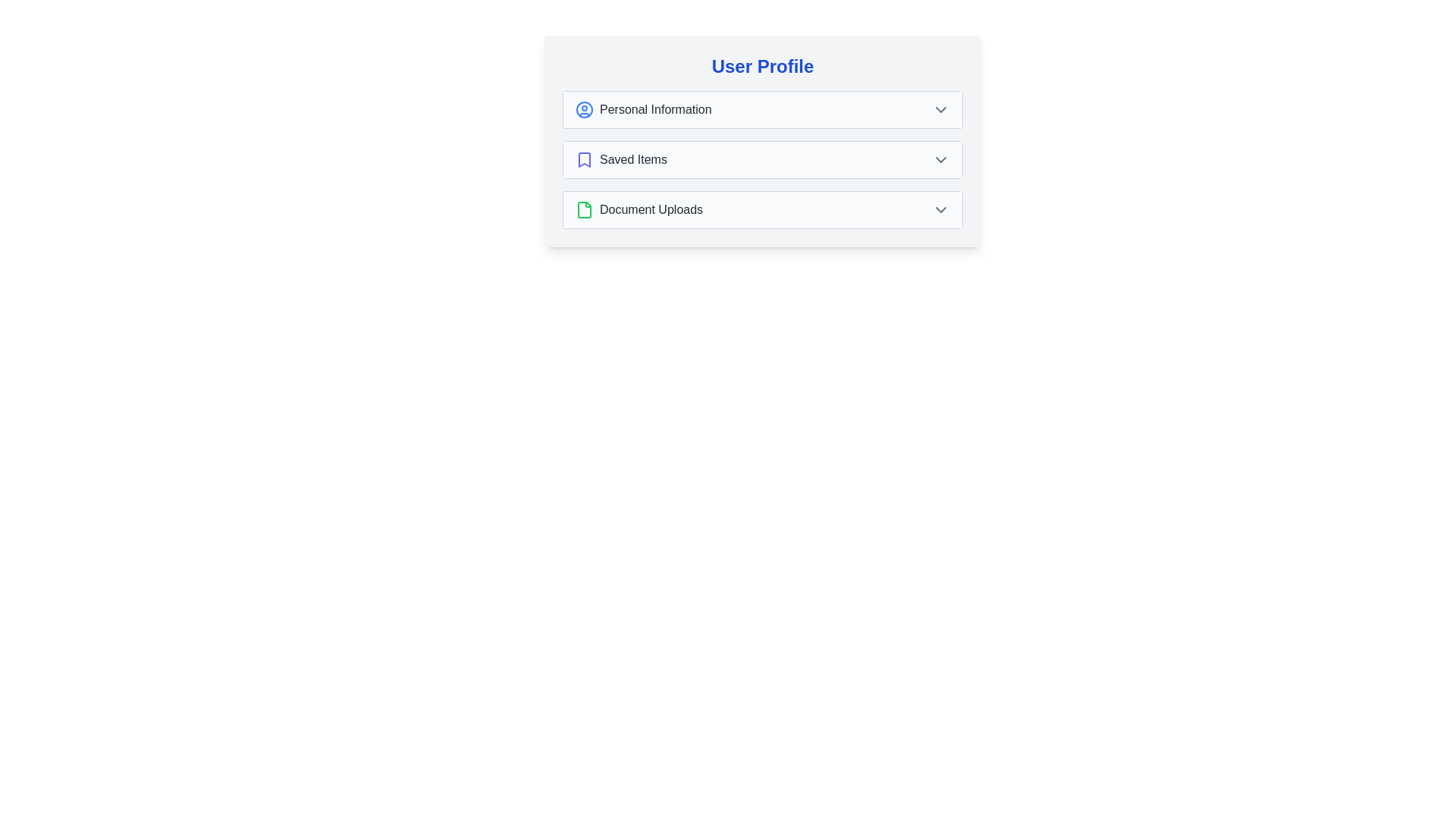  What do you see at coordinates (940, 109) in the screenshot?
I see `the dropdown toggle or chevron icon located at the far-right end of the 'Personal Information' section in the 'User Profile' card` at bounding box center [940, 109].